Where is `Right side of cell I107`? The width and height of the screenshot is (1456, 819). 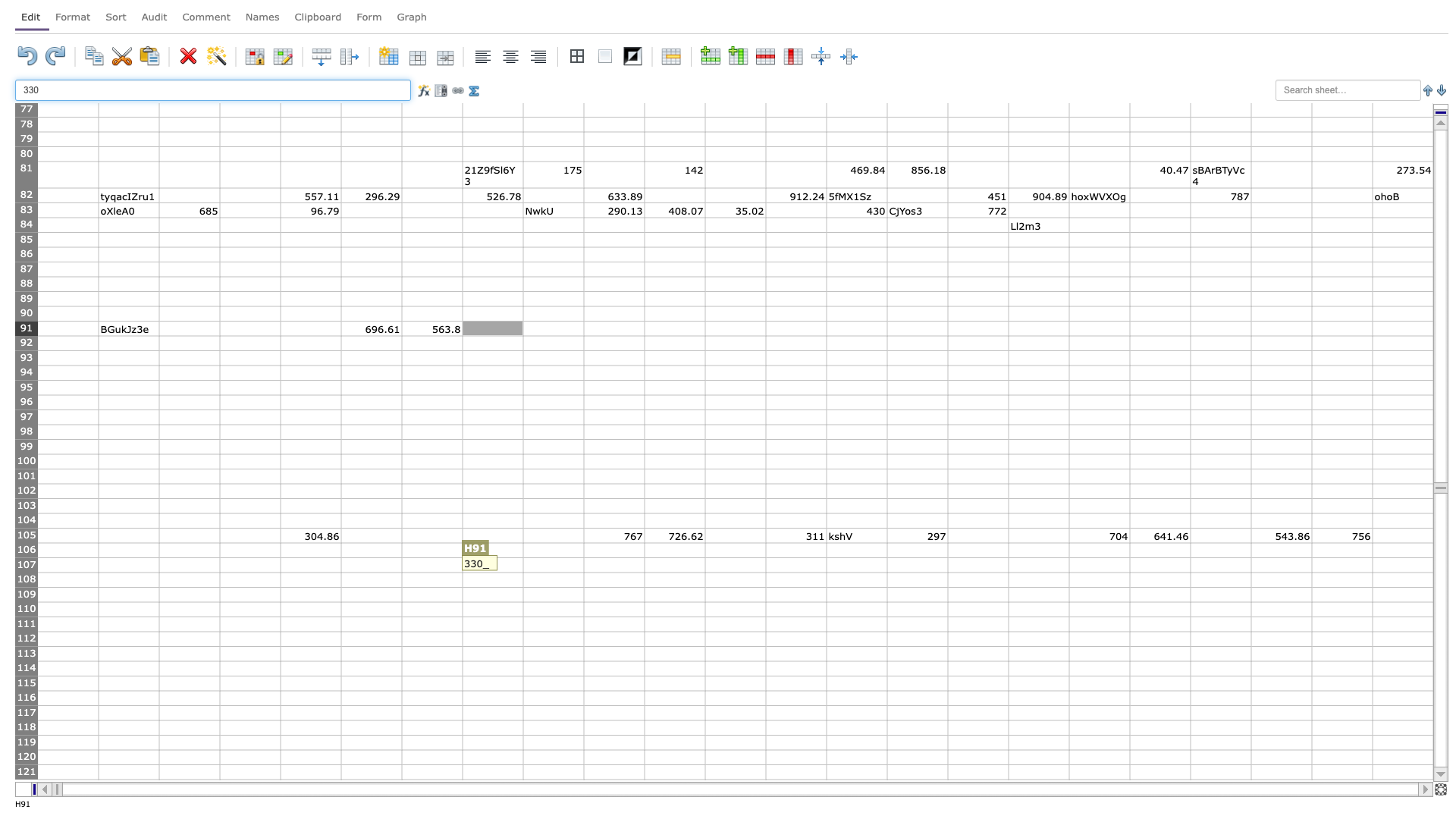
Right side of cell I107 is located at coordinates (582, 565).